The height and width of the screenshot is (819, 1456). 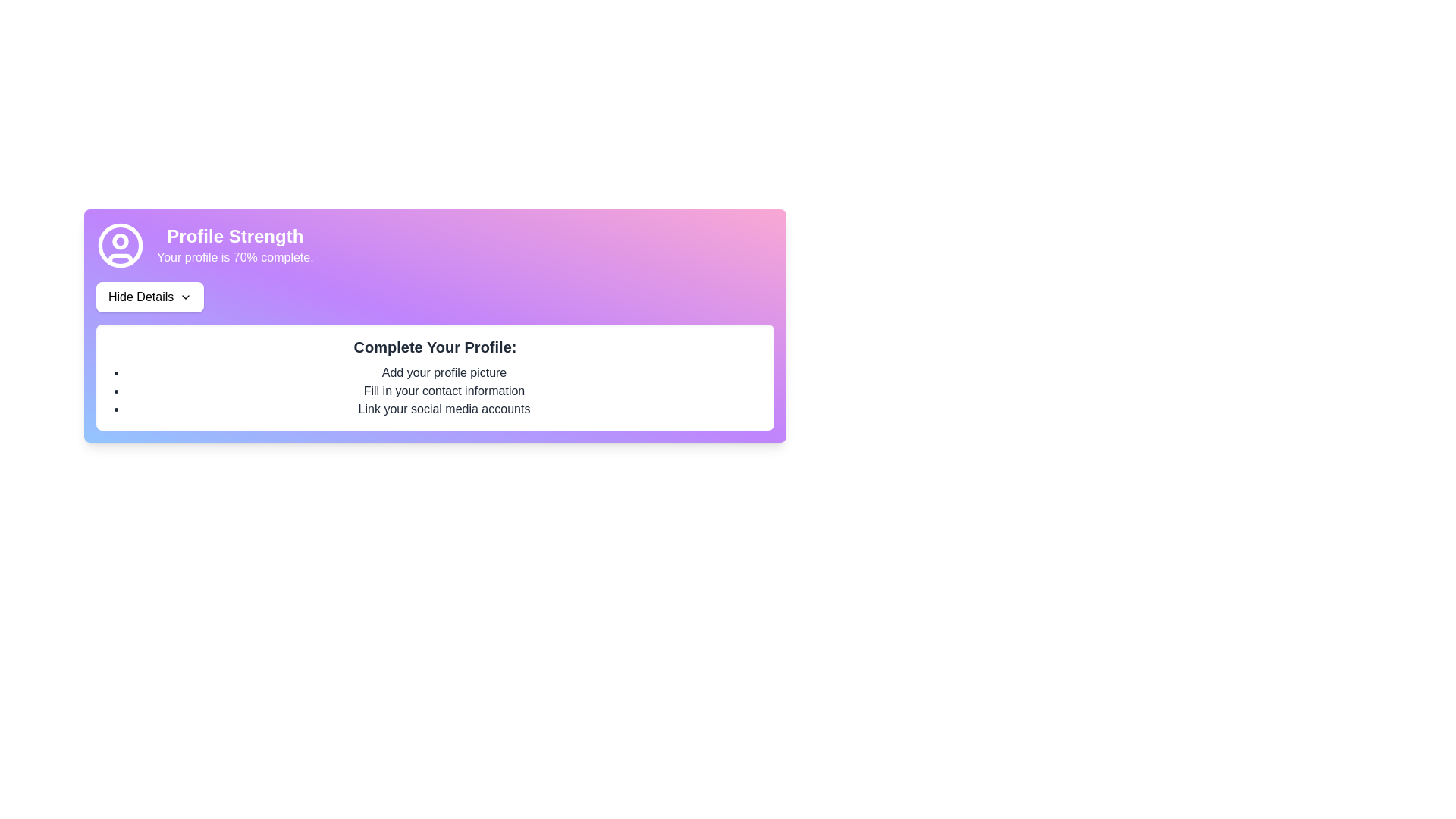 I want to click on the 'Hide Details' button located below the 'Profile Strength' and user icon in the card component, so click(x=435, y=325).